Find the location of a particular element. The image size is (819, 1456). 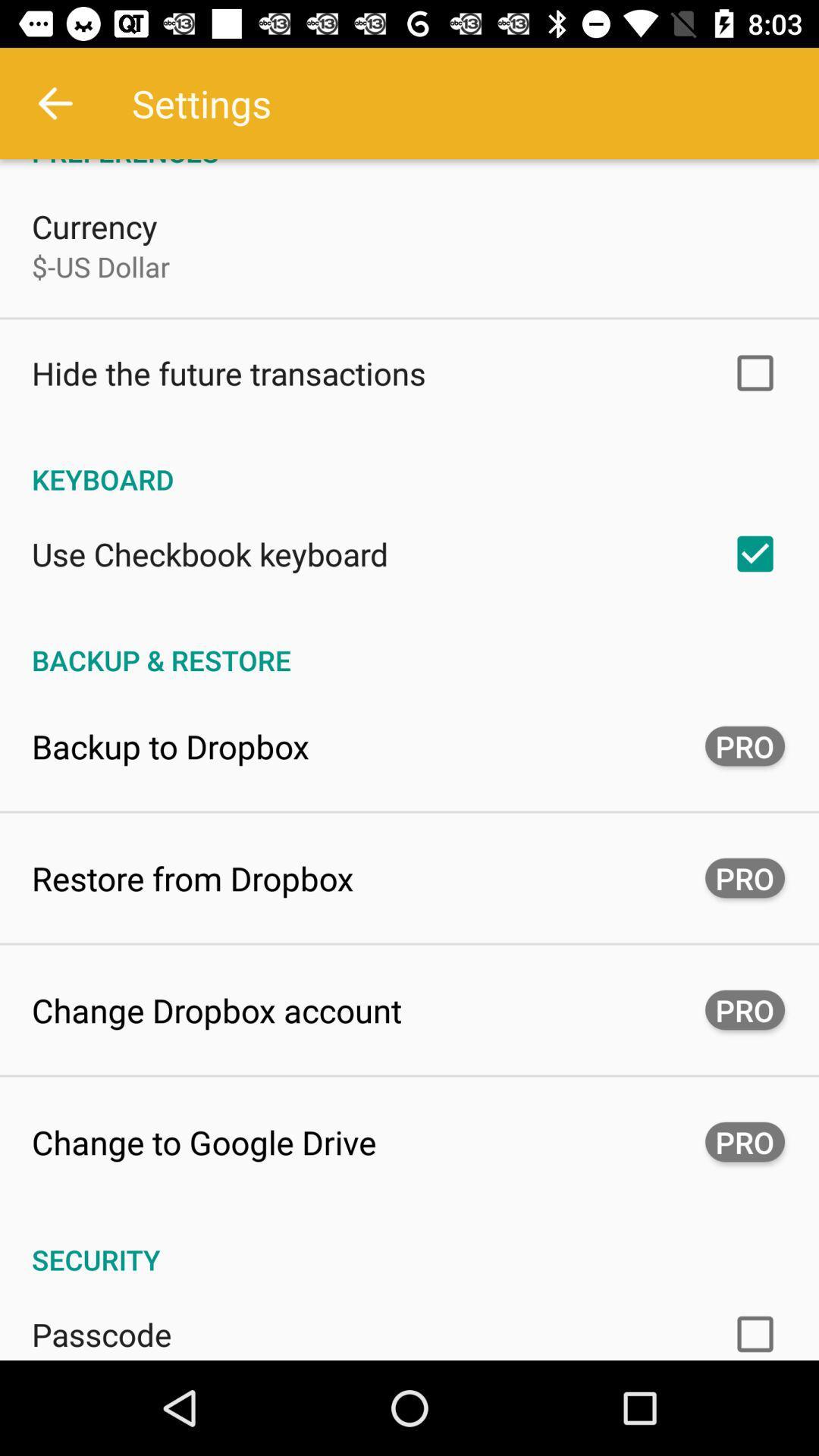

icon below the change dropbox account app is located at coordinates (203, 1142).